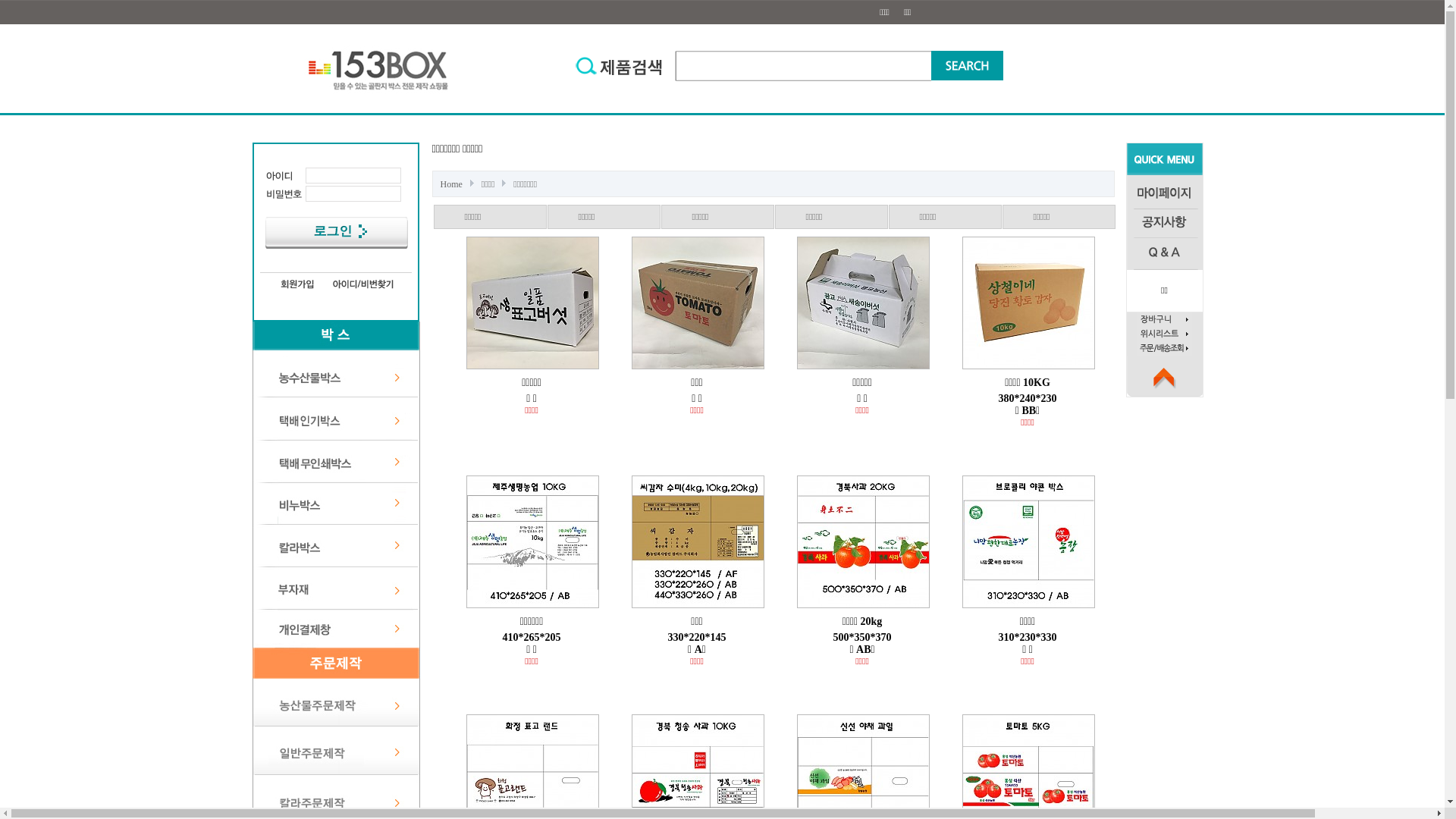  I want to click on 'Home', so click(451, 183).